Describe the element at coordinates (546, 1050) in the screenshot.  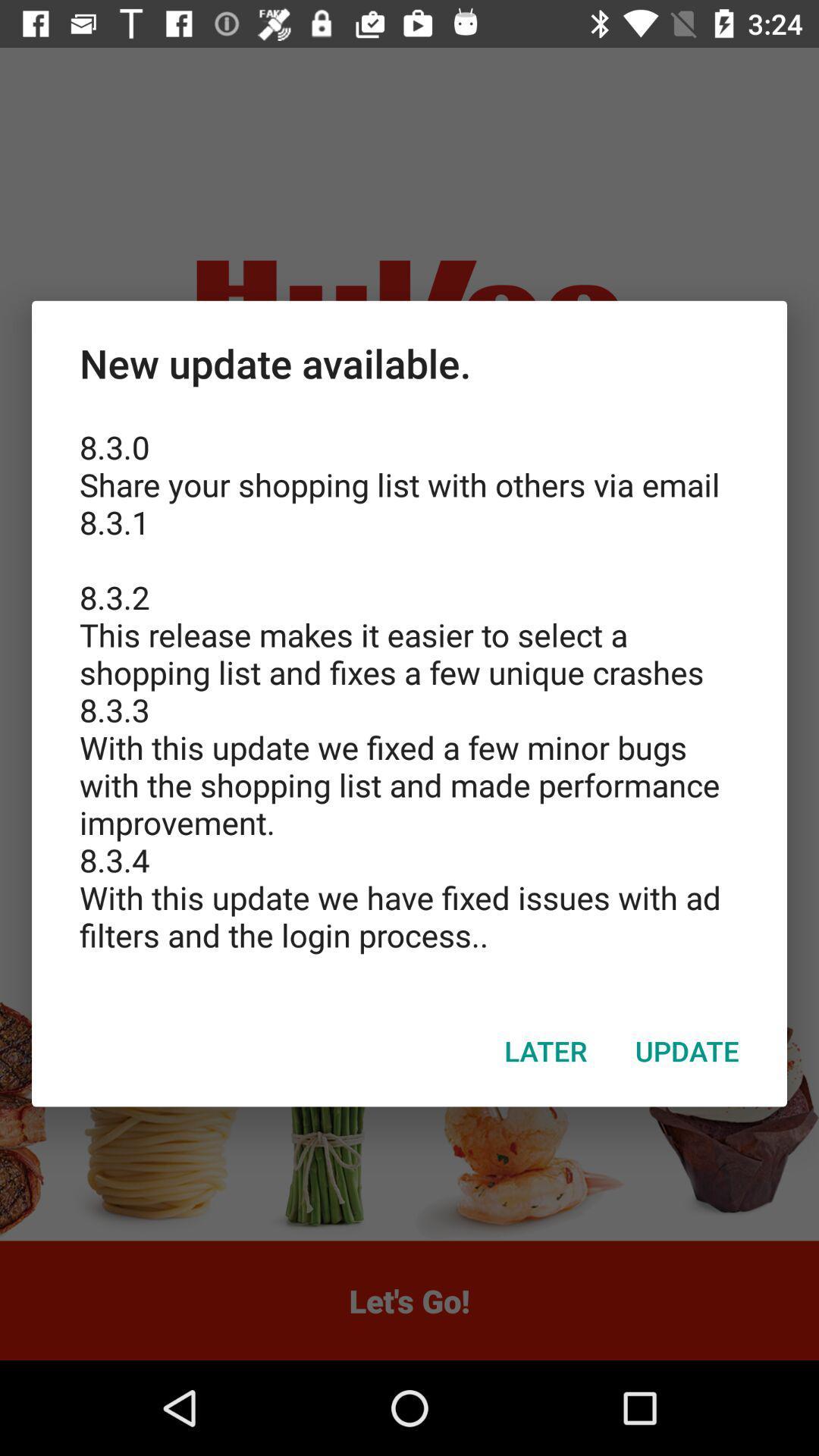
I see `the icon to the left of the update` at that location.